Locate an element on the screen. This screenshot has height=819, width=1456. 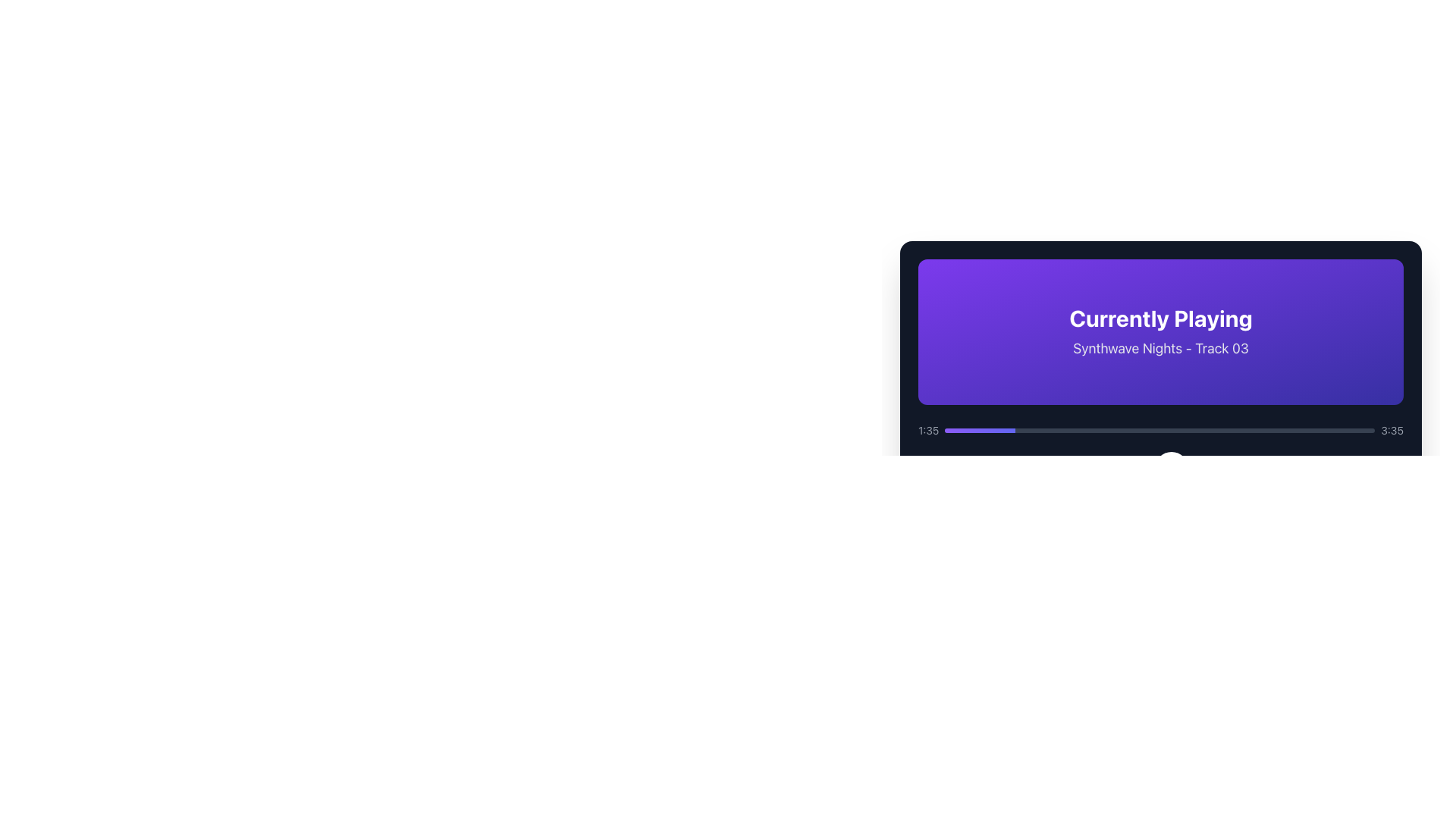
the thin, horizontal progress bar located between the time labels '1:35' and '3:35', which indicates progress with a gradient fill is located at coordinates (1159, 430).